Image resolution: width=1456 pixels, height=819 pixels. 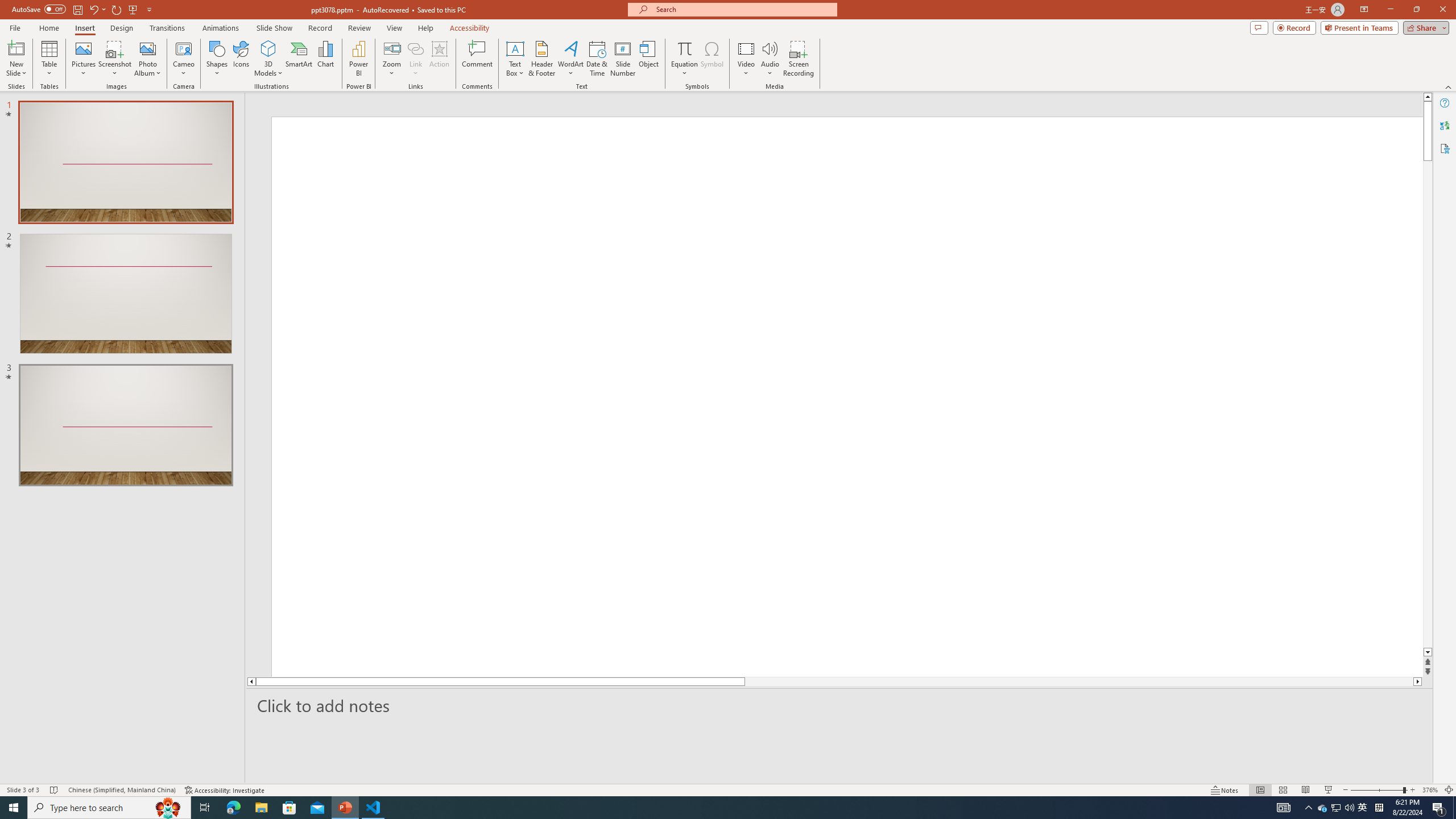 What do you see at coordinates (299, 59) in the screenshot?
I see `'SmartArt...'` at bounding box center [299, 59].